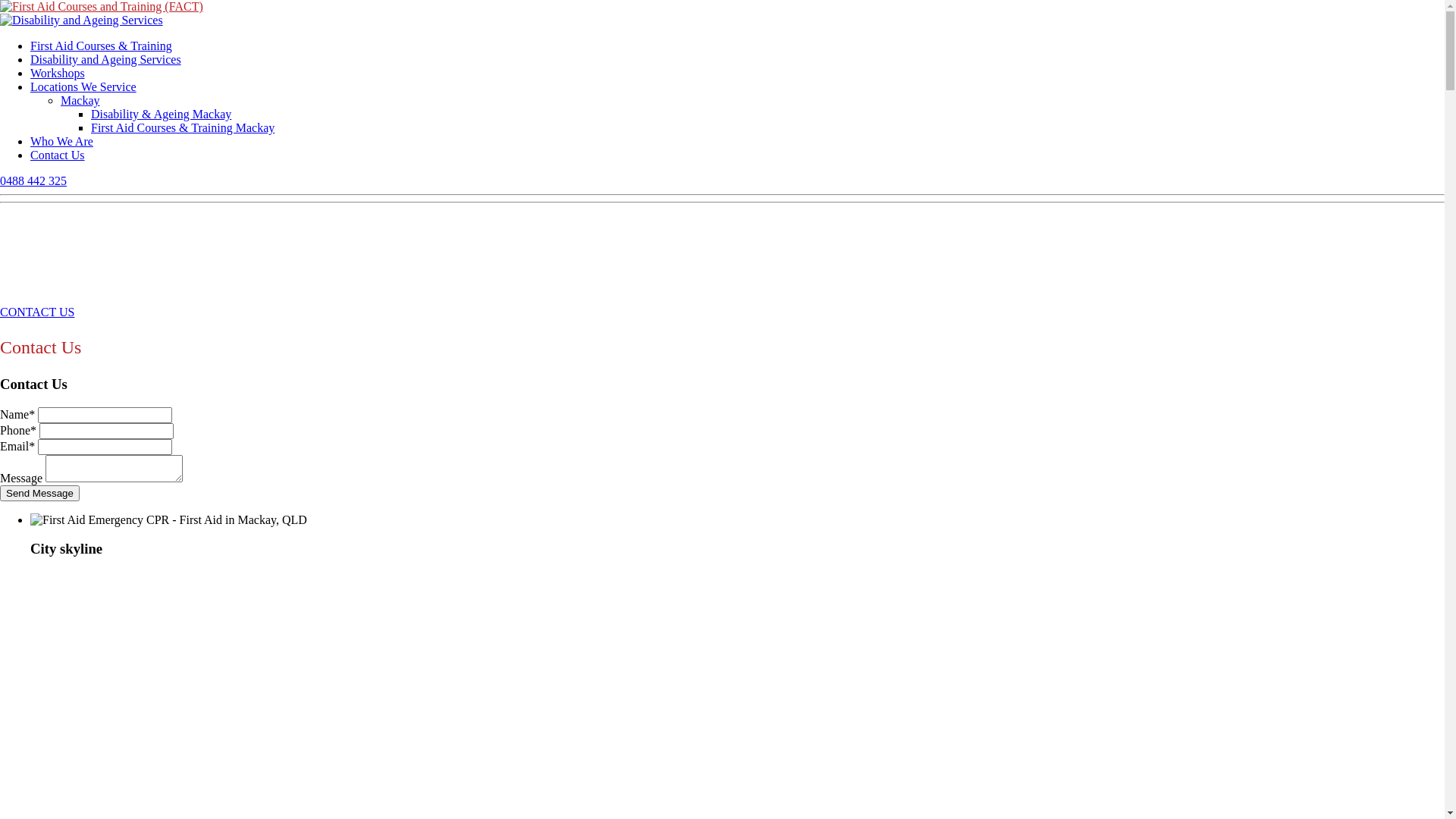 The height and width of the screenshot is (819, 1456). I want to click on 'Workshops', so click(58, 73).